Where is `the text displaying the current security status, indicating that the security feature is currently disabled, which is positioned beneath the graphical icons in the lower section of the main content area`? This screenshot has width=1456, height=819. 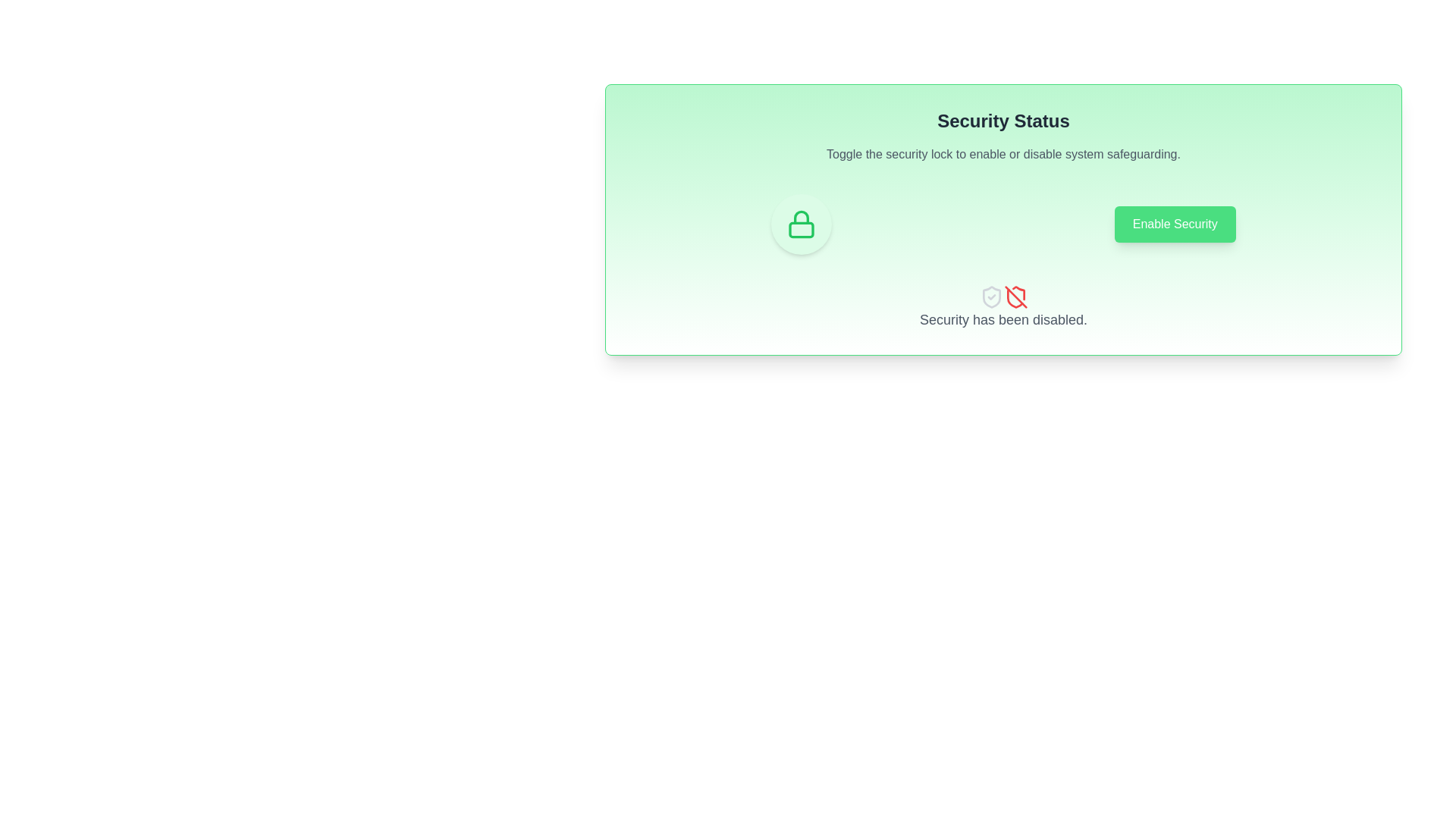
the text displaying the current security status, indicating that the security feature is currently disabled, which is positioned beneath the graphical icons in the lower section of the main content area is located at coordinates (1003, 318).